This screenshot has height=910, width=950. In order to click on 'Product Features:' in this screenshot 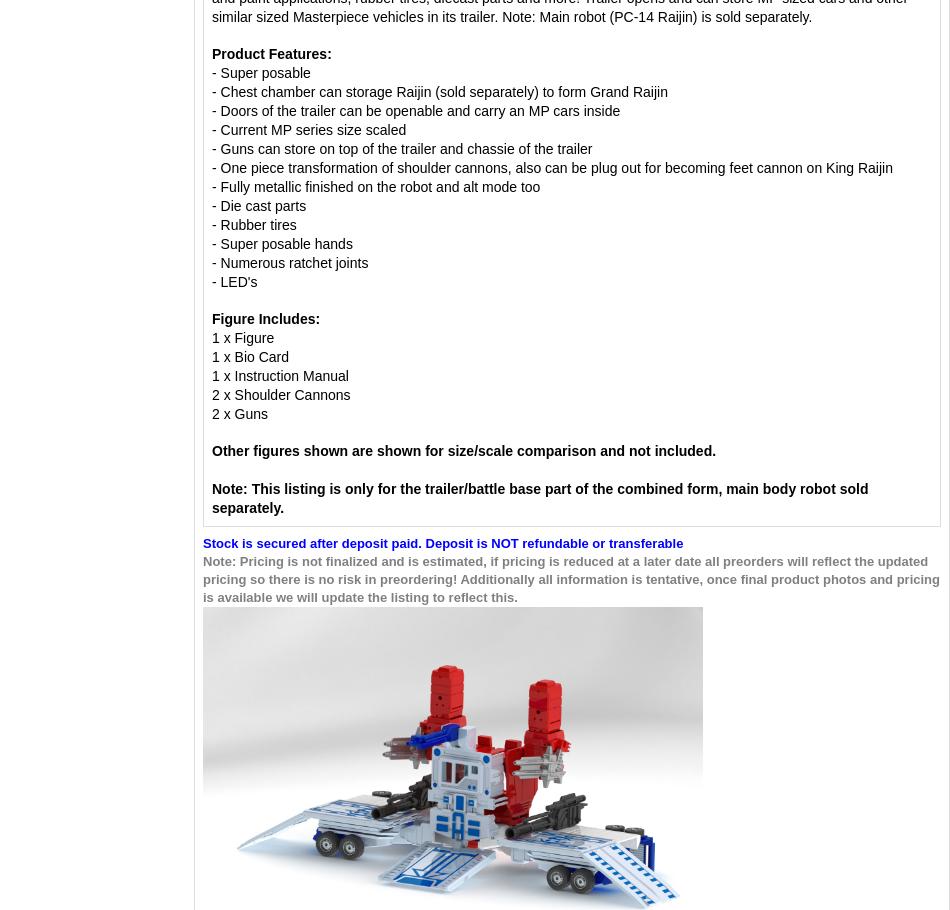, I will do `click(270, 53)`.